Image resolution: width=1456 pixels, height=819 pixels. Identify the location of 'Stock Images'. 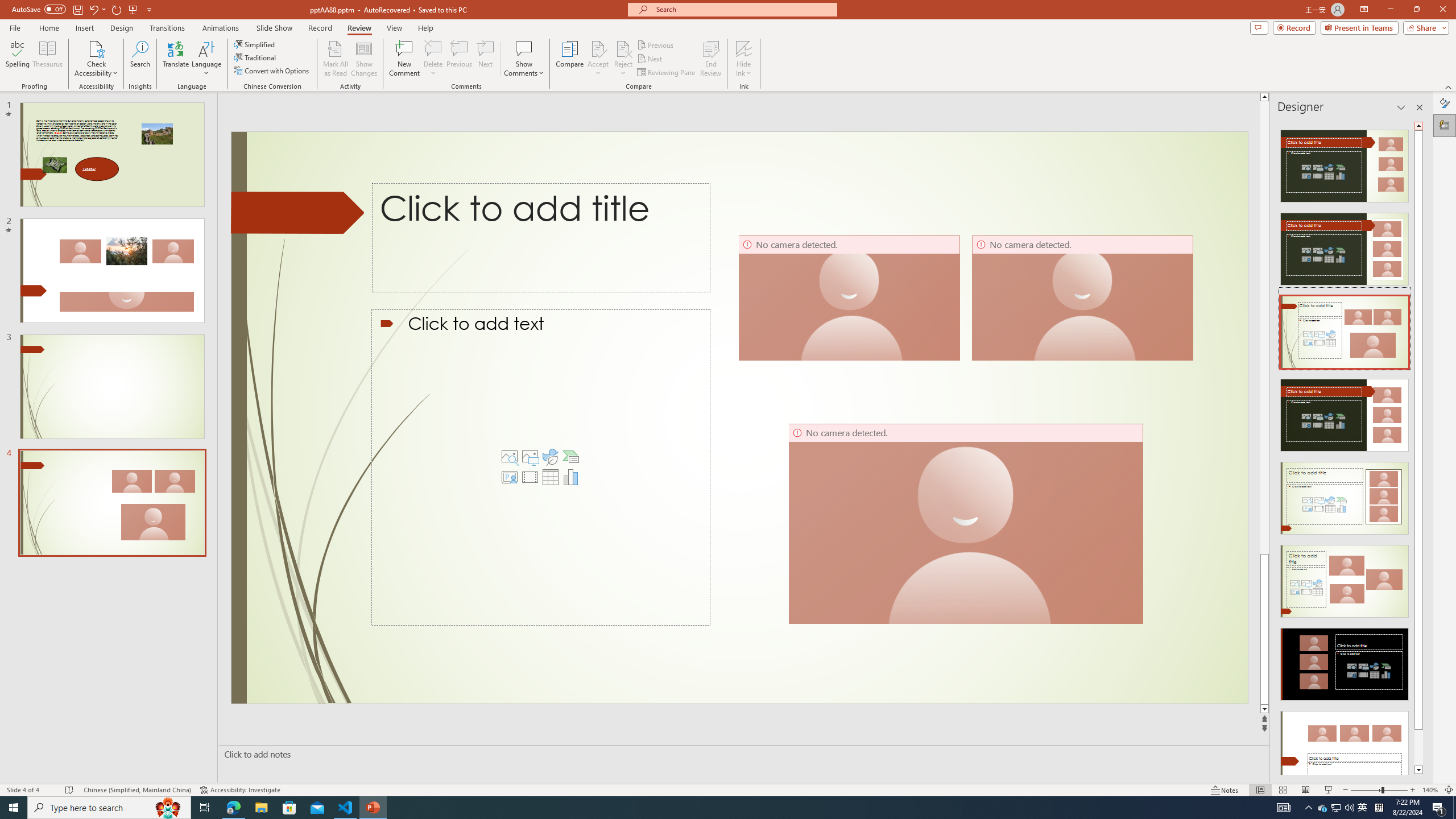
(510, 457).